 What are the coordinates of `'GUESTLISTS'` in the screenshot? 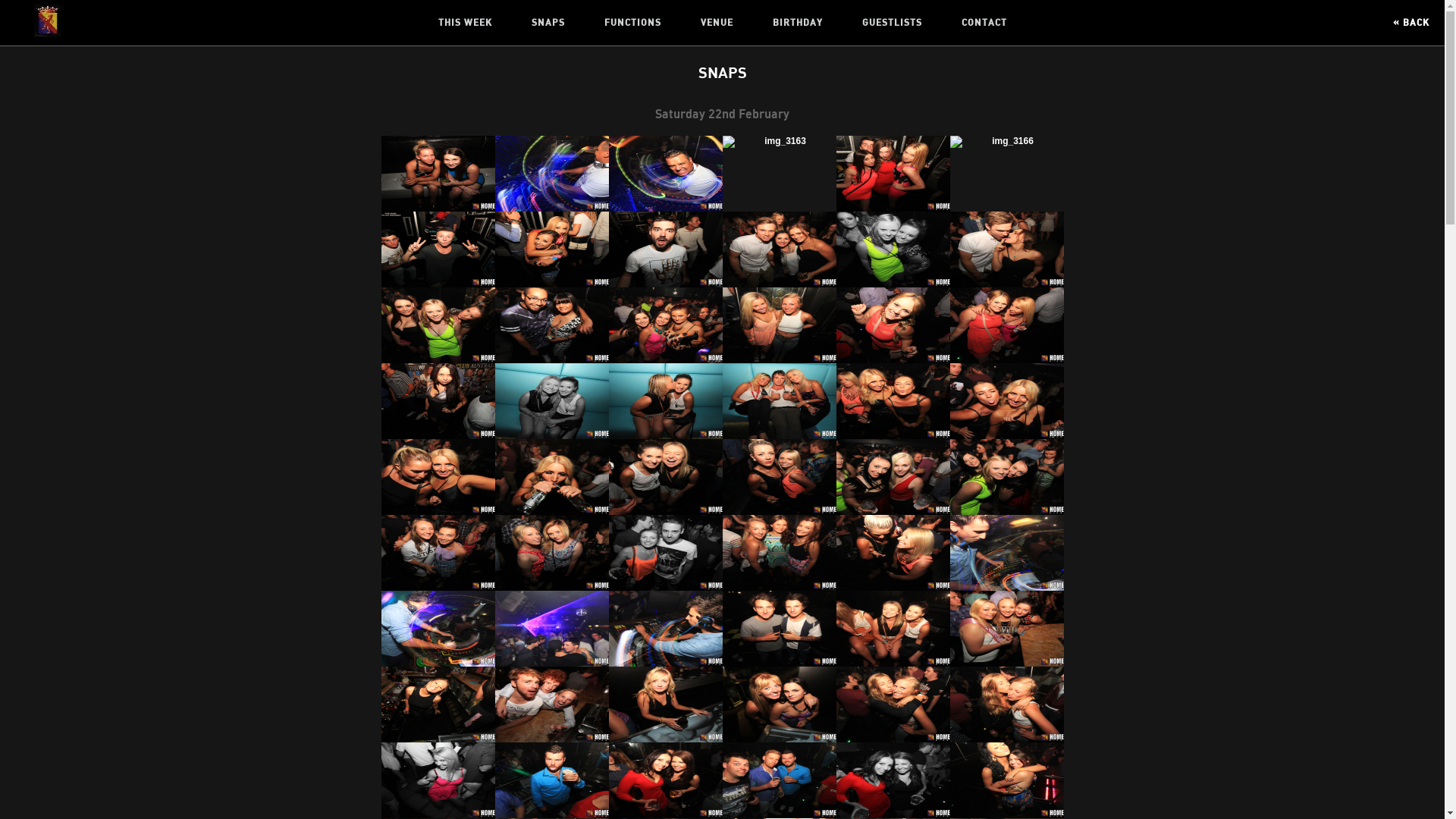 It's located at (891, 23).